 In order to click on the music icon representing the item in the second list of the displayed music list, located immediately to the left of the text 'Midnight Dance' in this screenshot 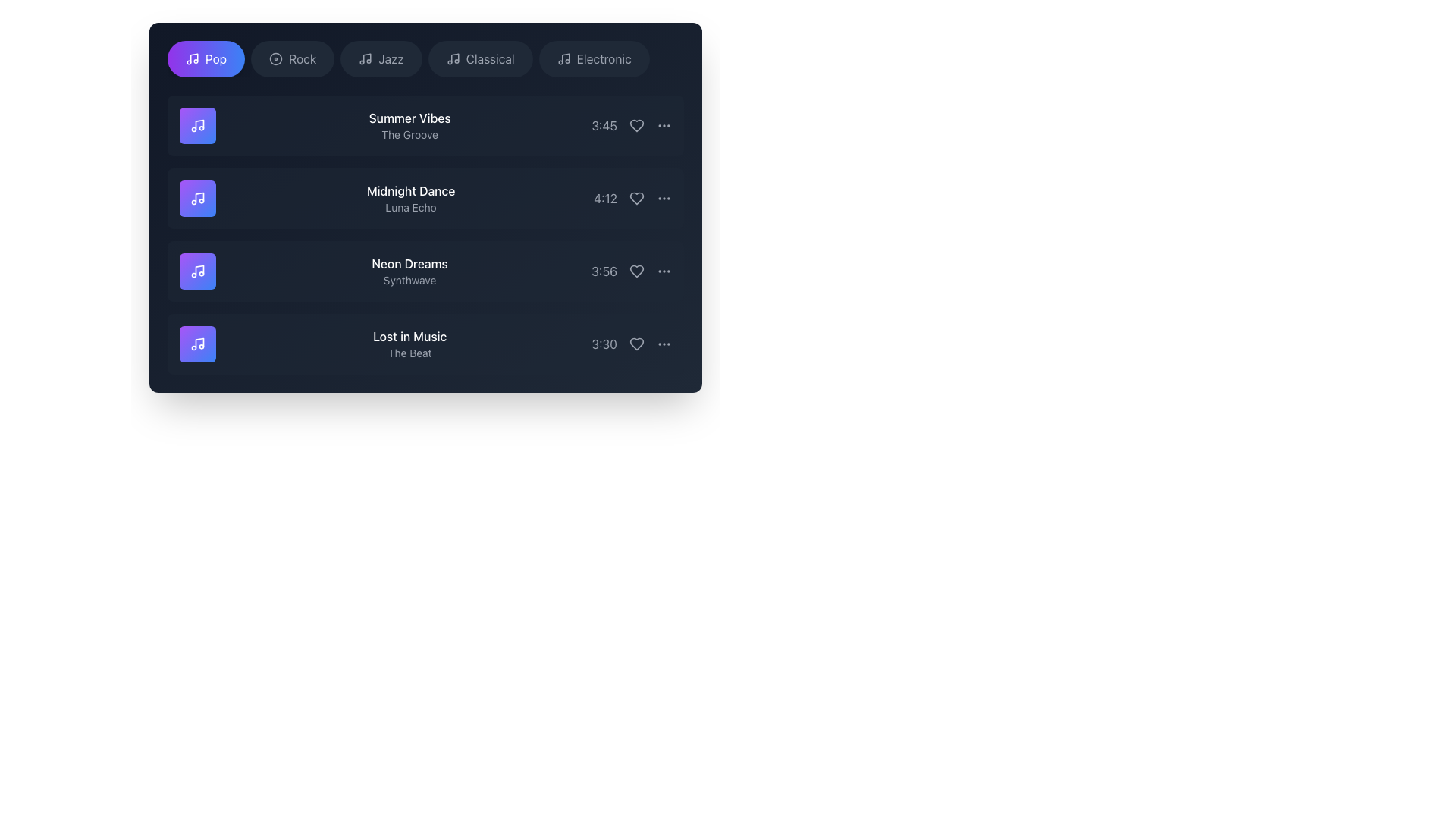, I will do `click(196, 198)`.